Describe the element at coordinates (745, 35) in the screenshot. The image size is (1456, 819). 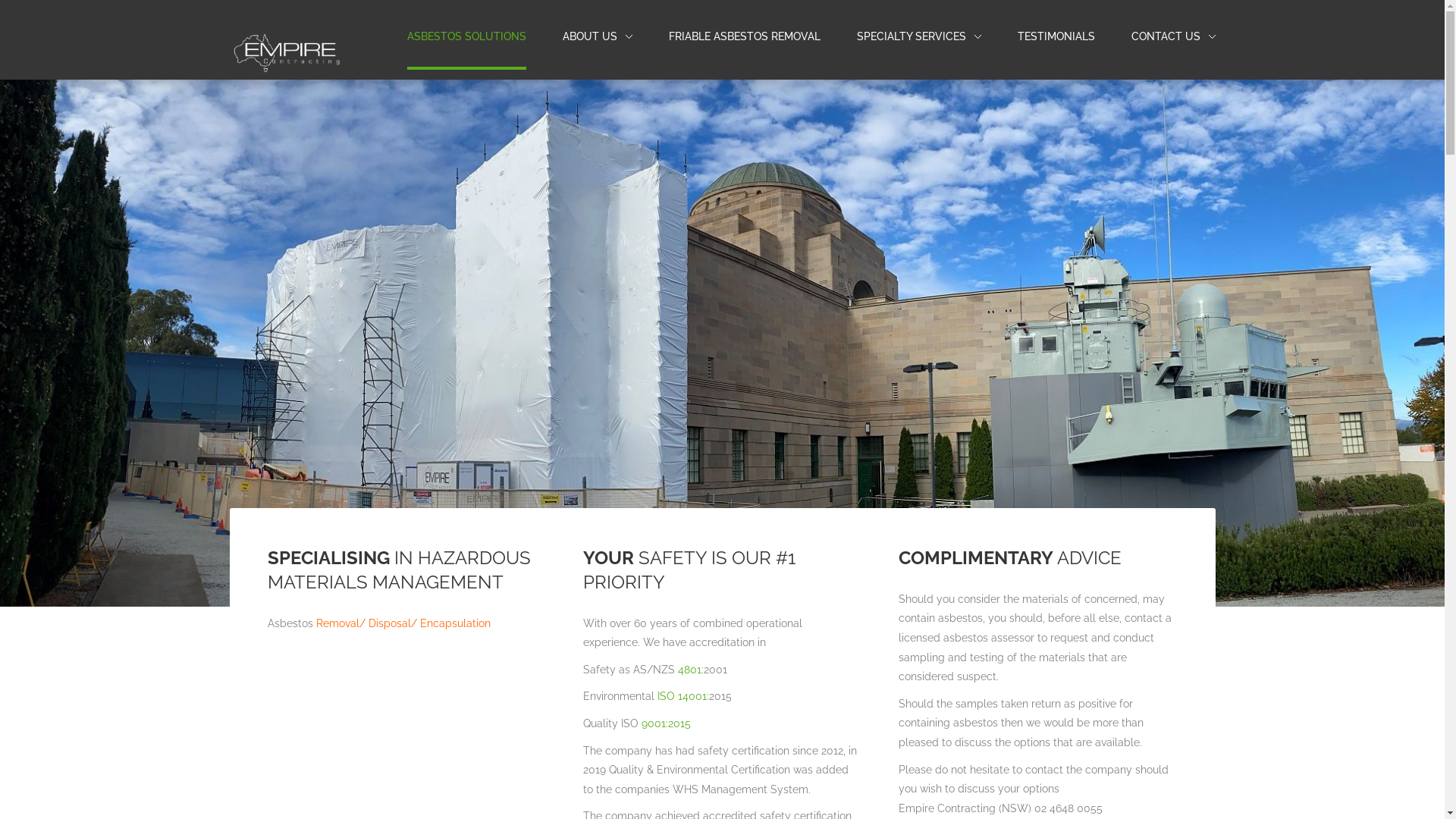
I see `'FRIABLE ASBESTOS REMOVAL'` at that location.